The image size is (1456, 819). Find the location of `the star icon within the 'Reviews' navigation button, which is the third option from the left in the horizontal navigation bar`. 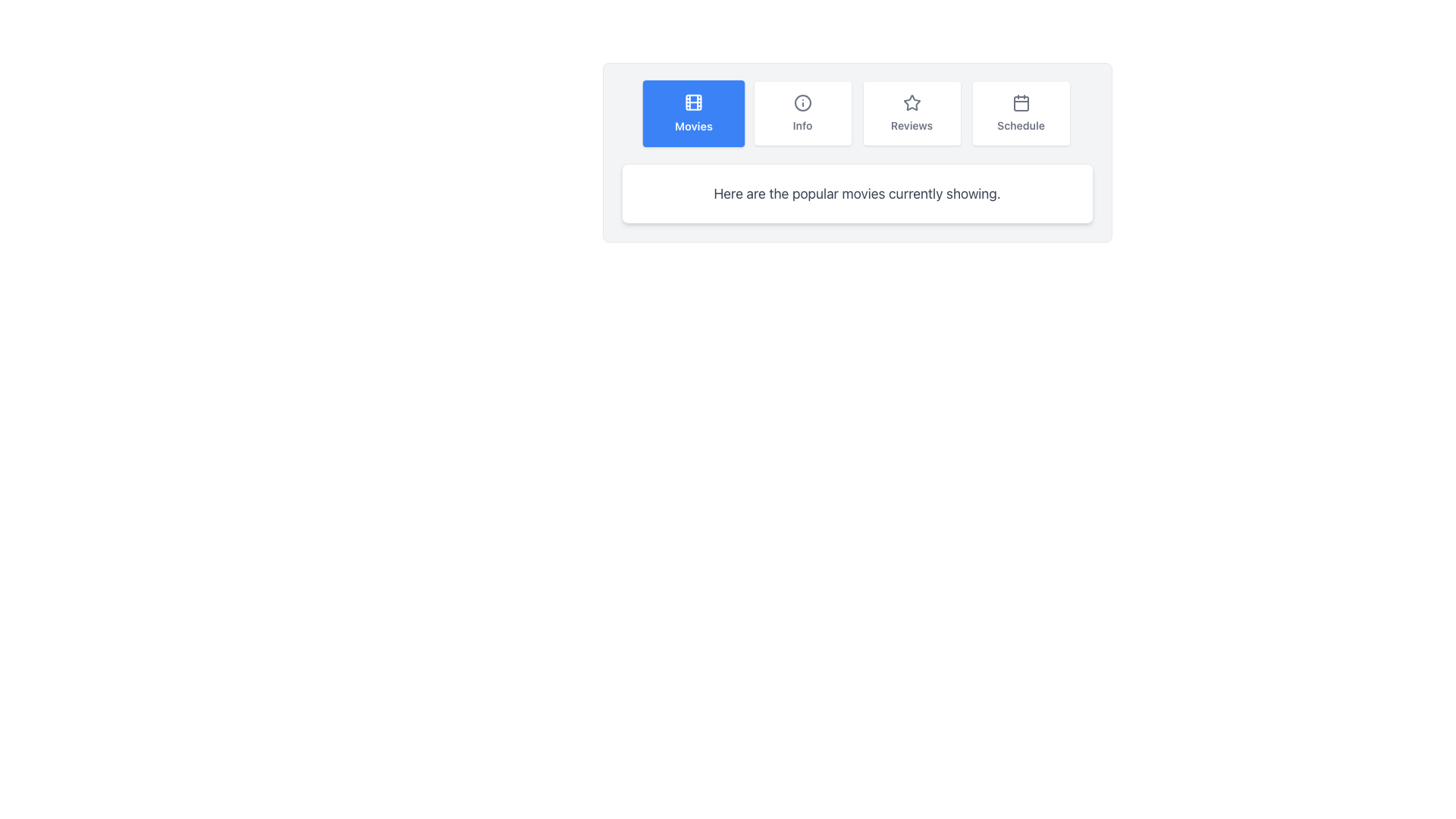

the star icon within the 'Reviews' navigation button, which is the third option from the left in the horizontal navigation bar is located at coordinates (911, 102).